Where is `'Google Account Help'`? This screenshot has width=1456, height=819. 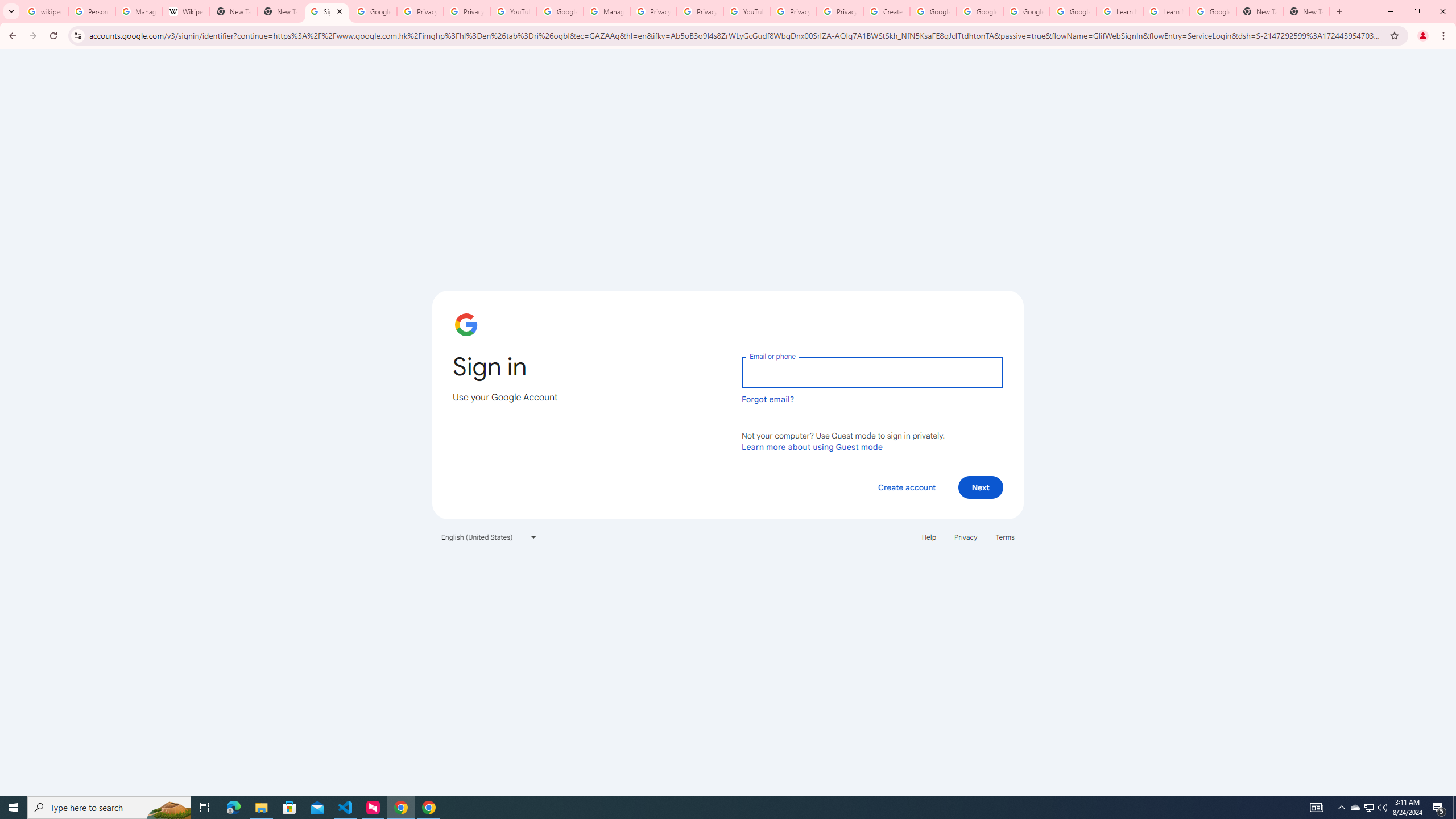 'Google Account Help' is located at coordinates (981, 11).